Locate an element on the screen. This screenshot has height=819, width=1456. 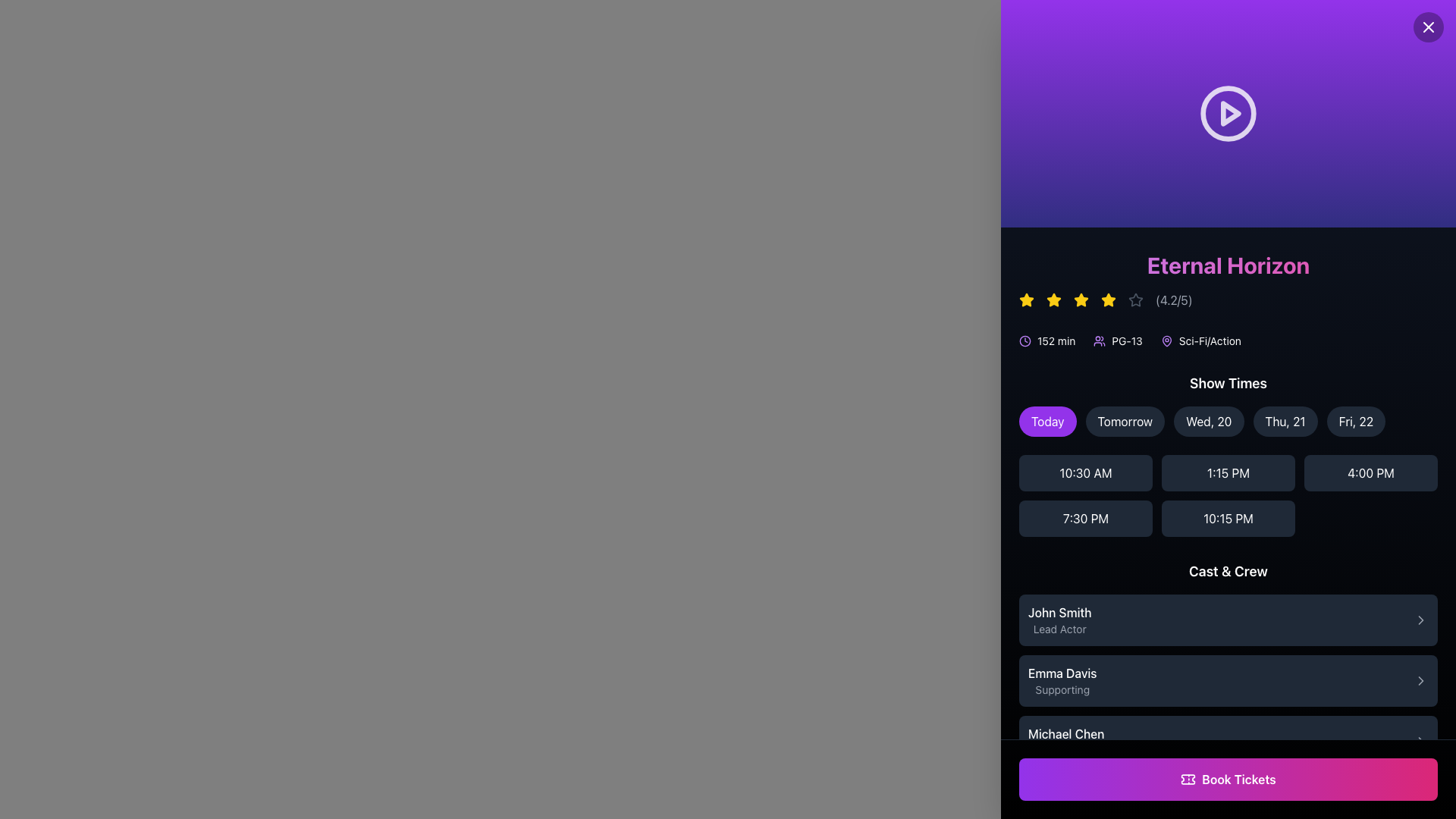
the first yellow star icon which represents a rating, located on the right side of the layout above the movie's textual details, to trigger the tooltip or effect is located at coordinates (1026, 300).